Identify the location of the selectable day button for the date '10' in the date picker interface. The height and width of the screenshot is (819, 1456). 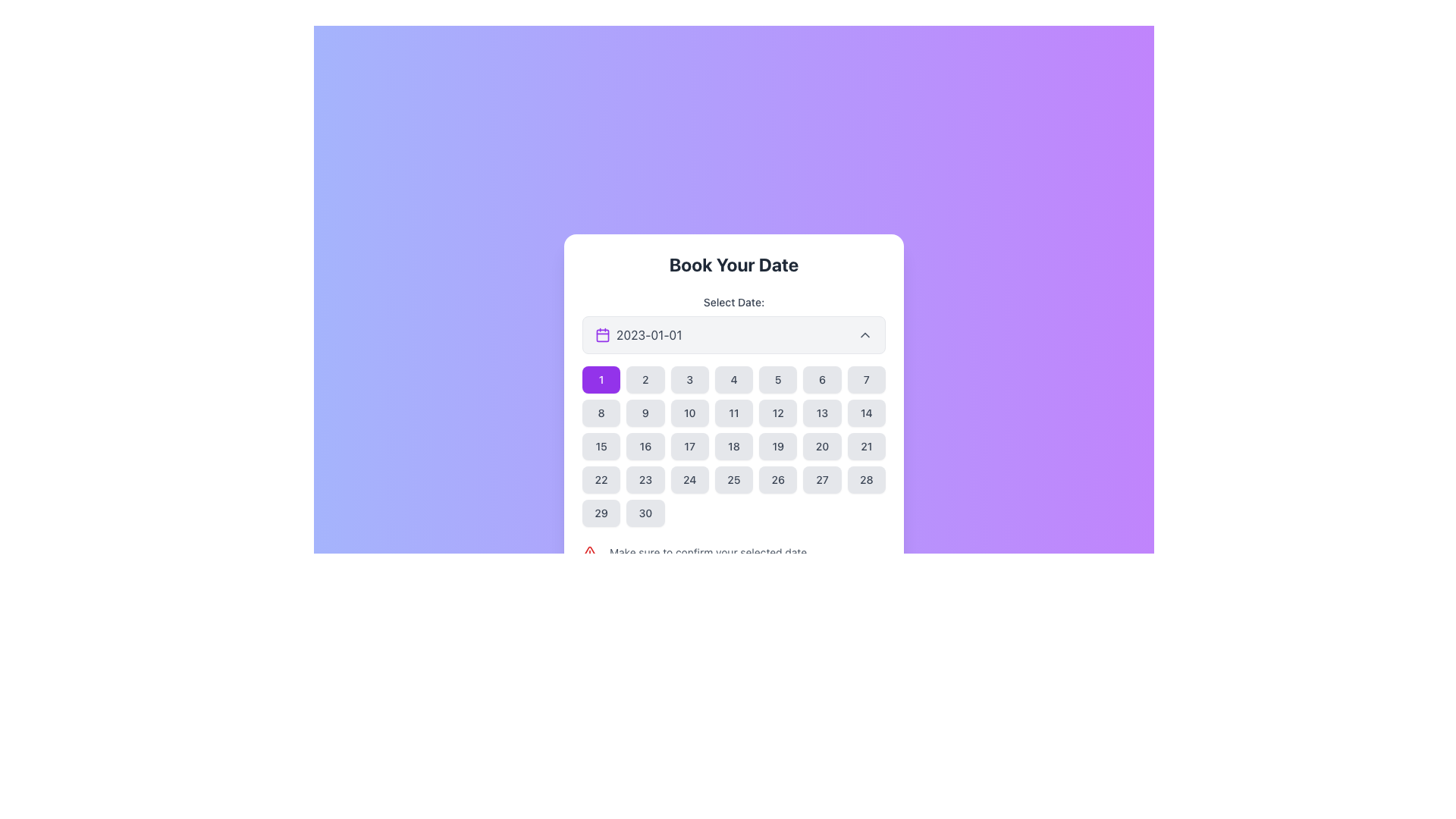
(689, 413).